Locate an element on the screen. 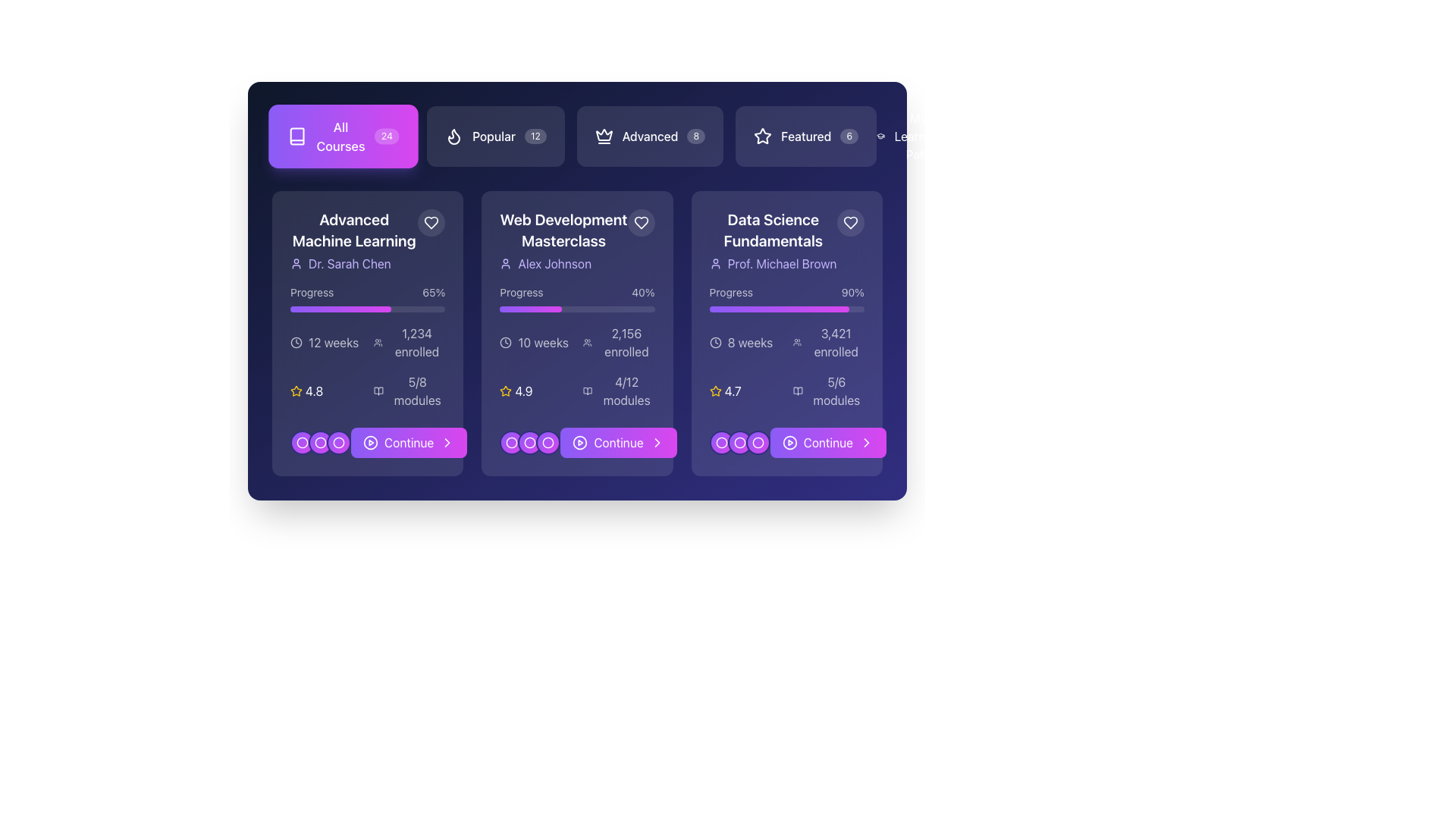  the informational Text label indicating the number of completed modules for the 'Data Science Fundamentals' course located at the bottom right corner of the card is located at coordinates (836, 391).